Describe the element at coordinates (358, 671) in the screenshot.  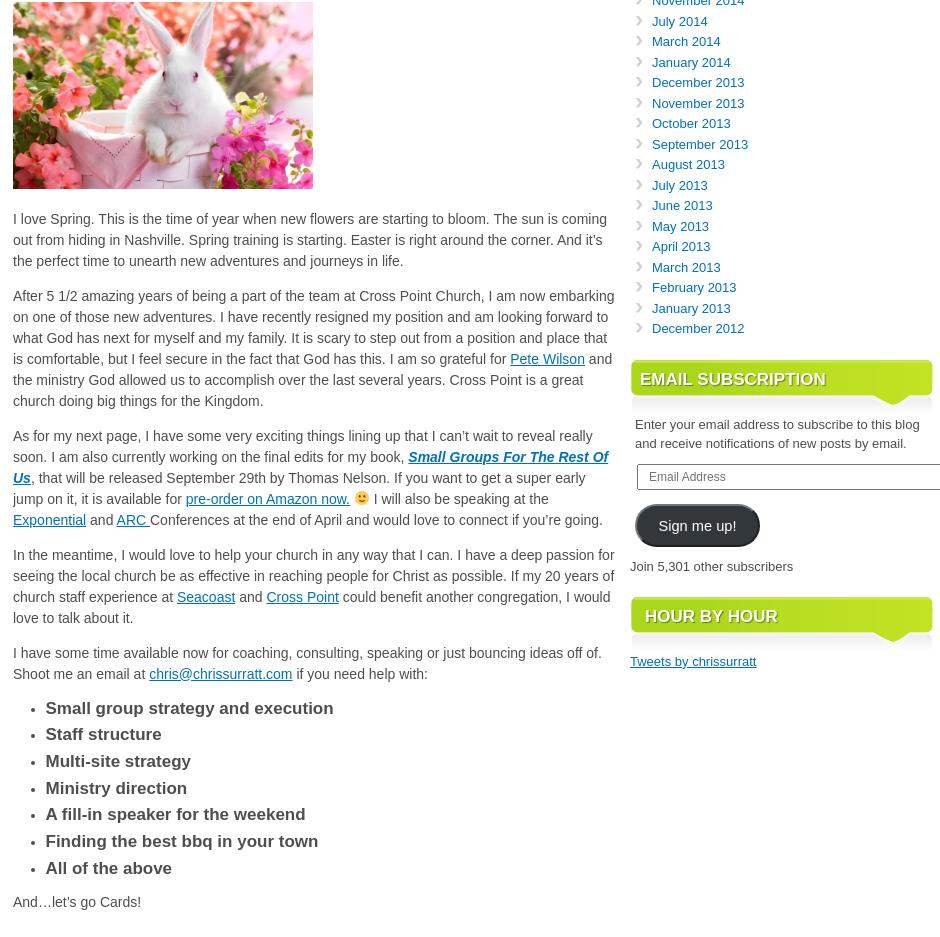
I see `'if you need help with:'` at that location.